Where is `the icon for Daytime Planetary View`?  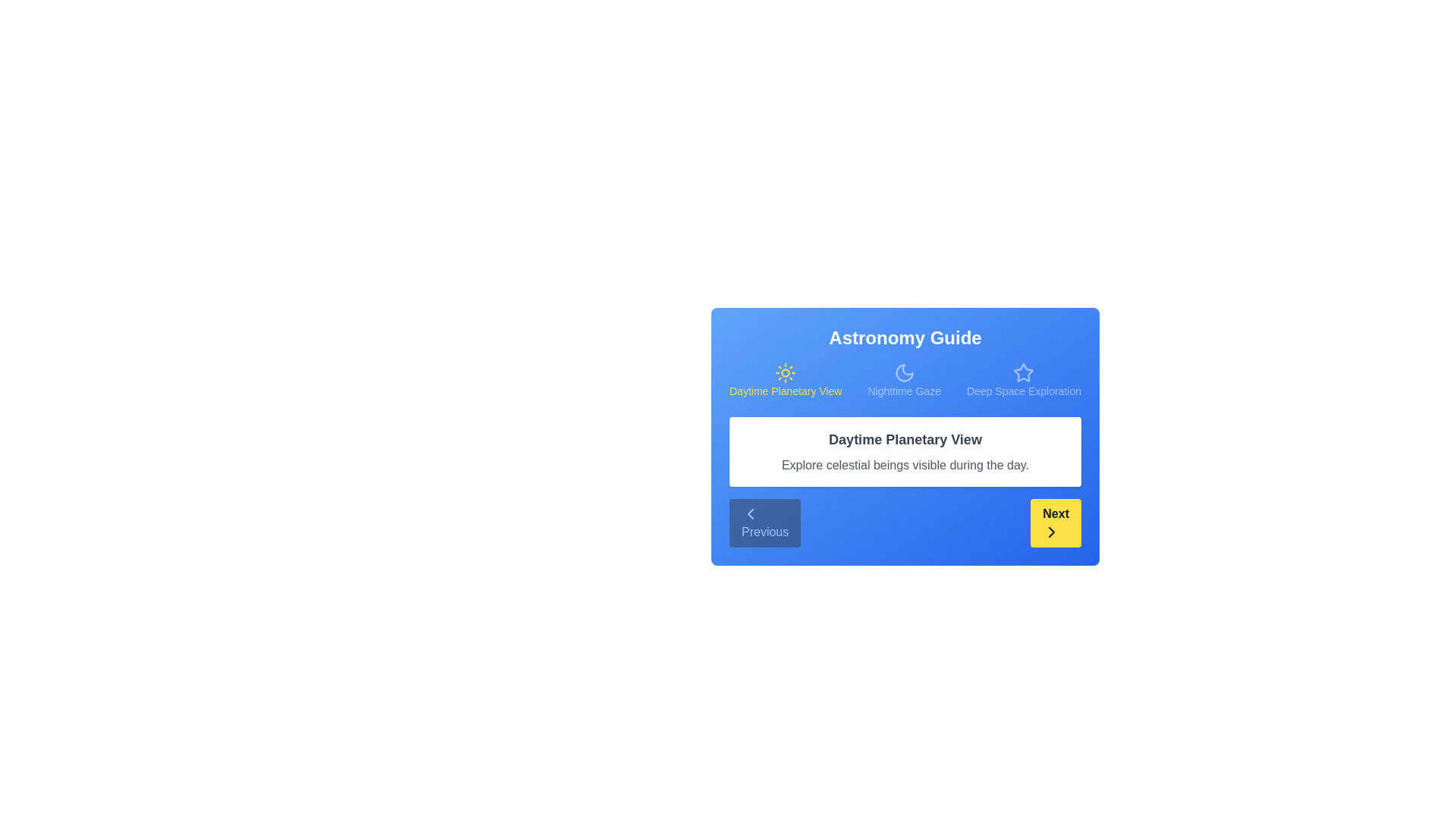
the icon for Daytime Planetary View is located at coordinates (786, 373).